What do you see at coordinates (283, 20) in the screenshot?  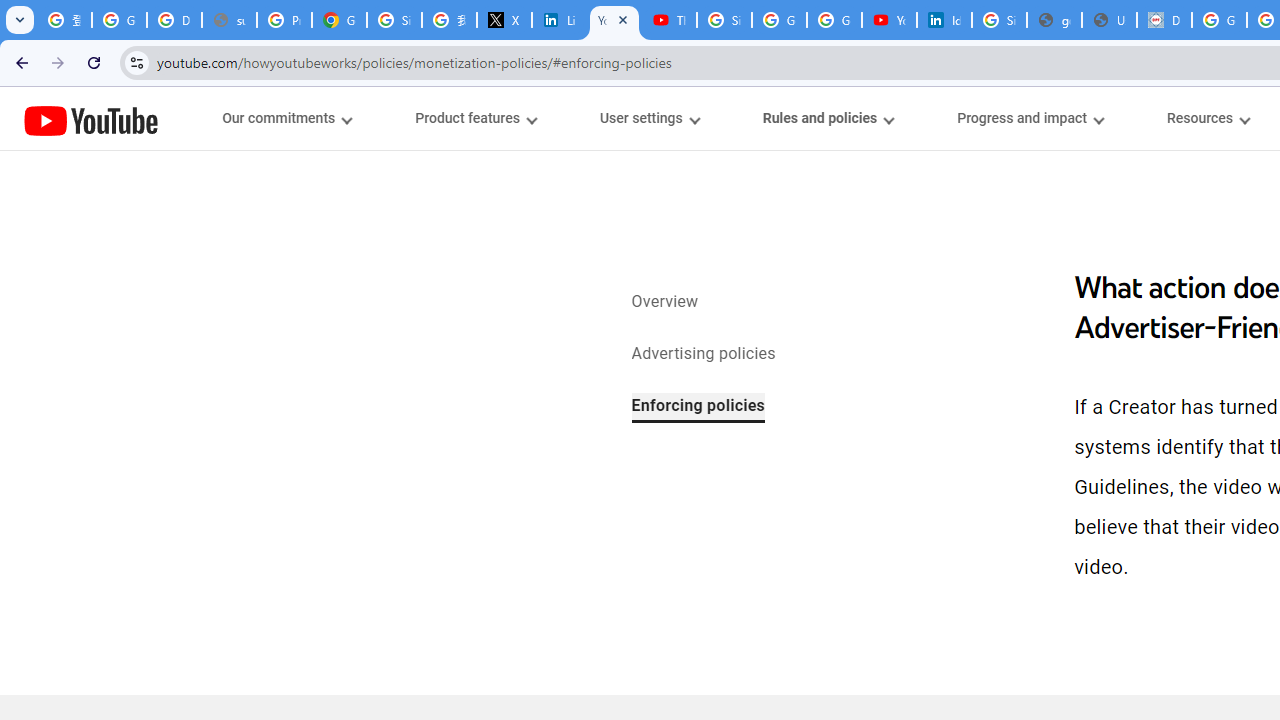 I see `'Privacy Help Center - Policies Help'` at bounding box center [283, 20].